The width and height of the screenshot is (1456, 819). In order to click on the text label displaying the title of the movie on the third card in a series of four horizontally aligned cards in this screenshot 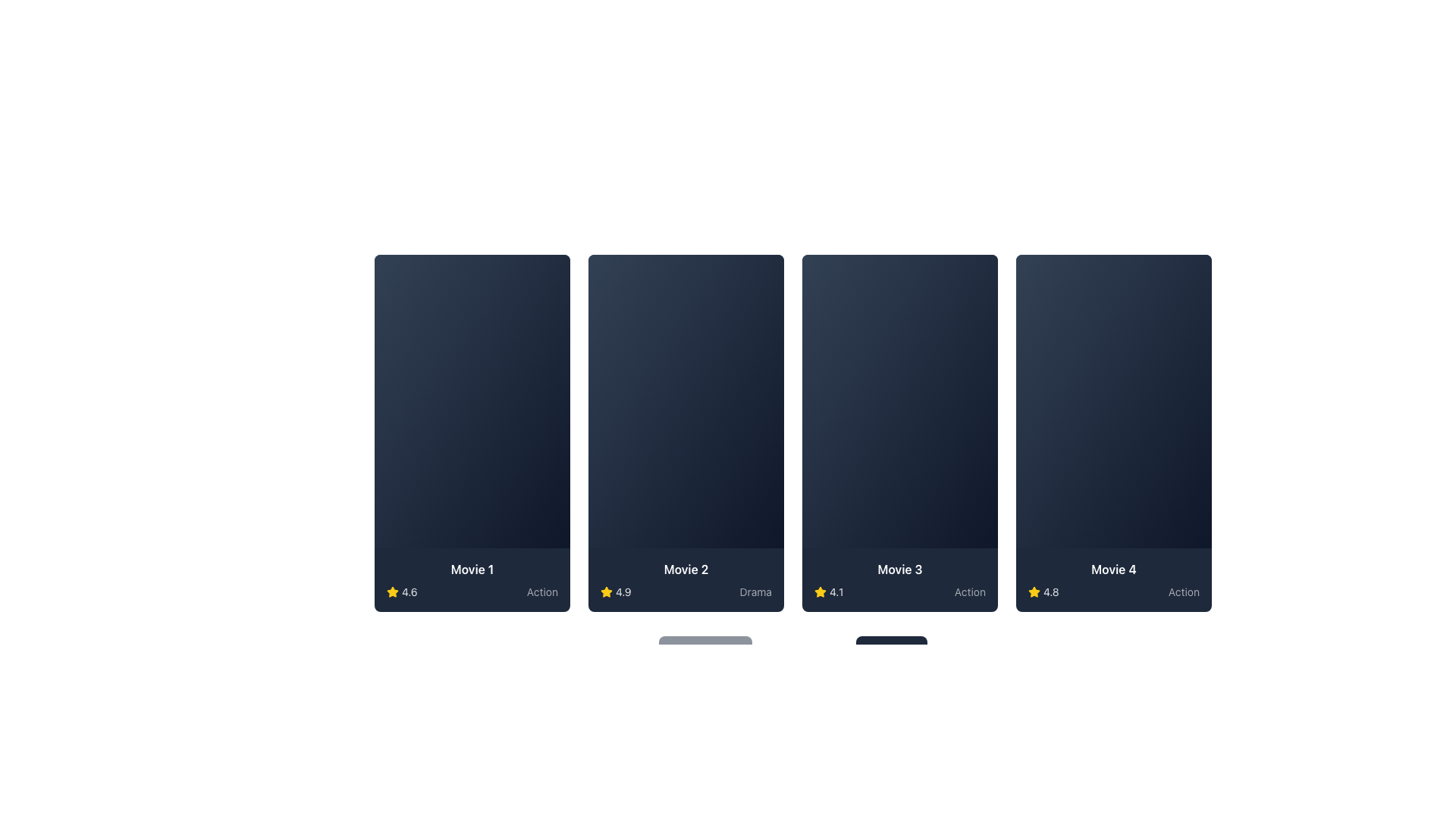, I will do `click(899, 570)`.